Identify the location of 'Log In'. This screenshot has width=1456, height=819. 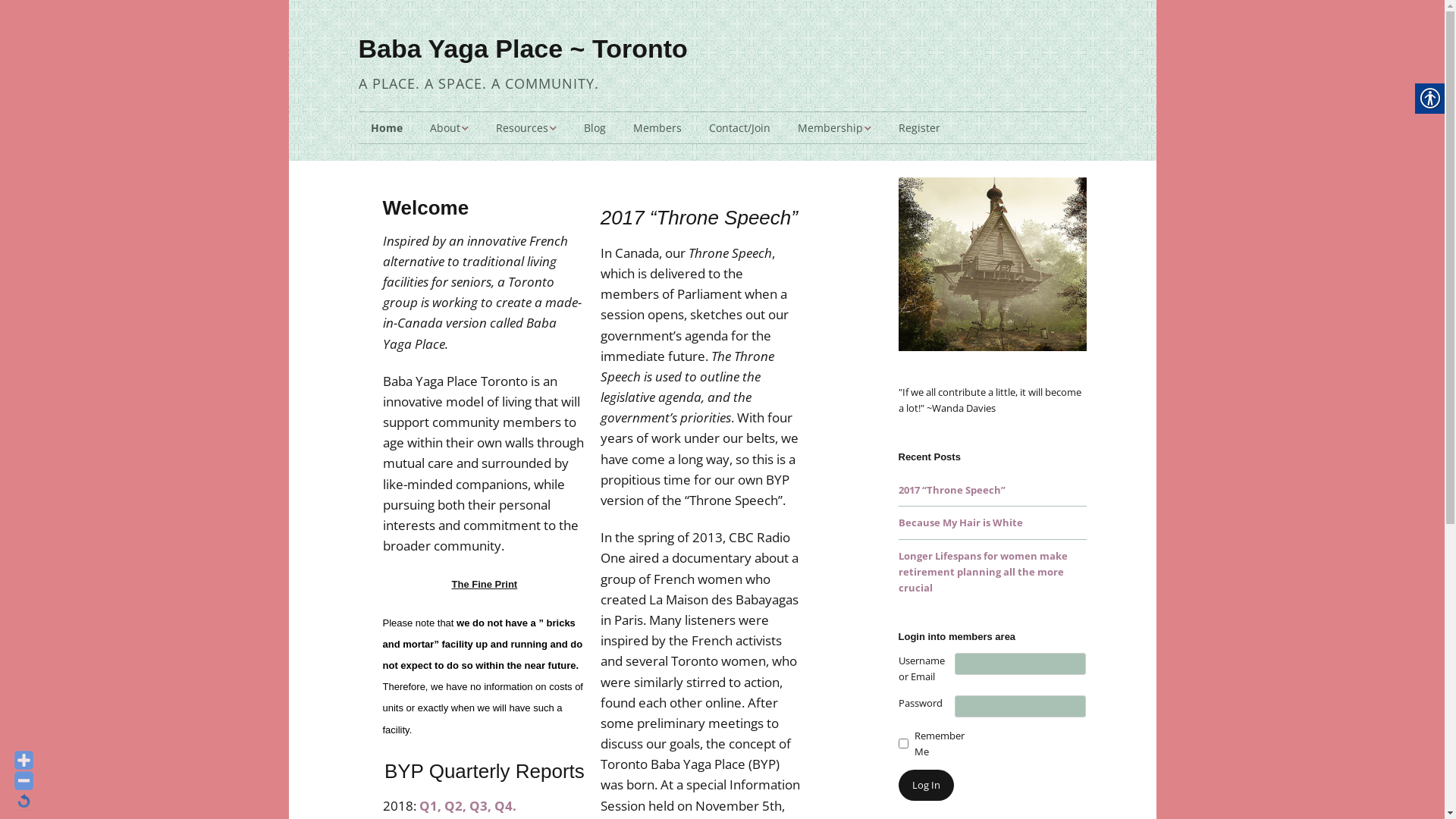
(898, 785).